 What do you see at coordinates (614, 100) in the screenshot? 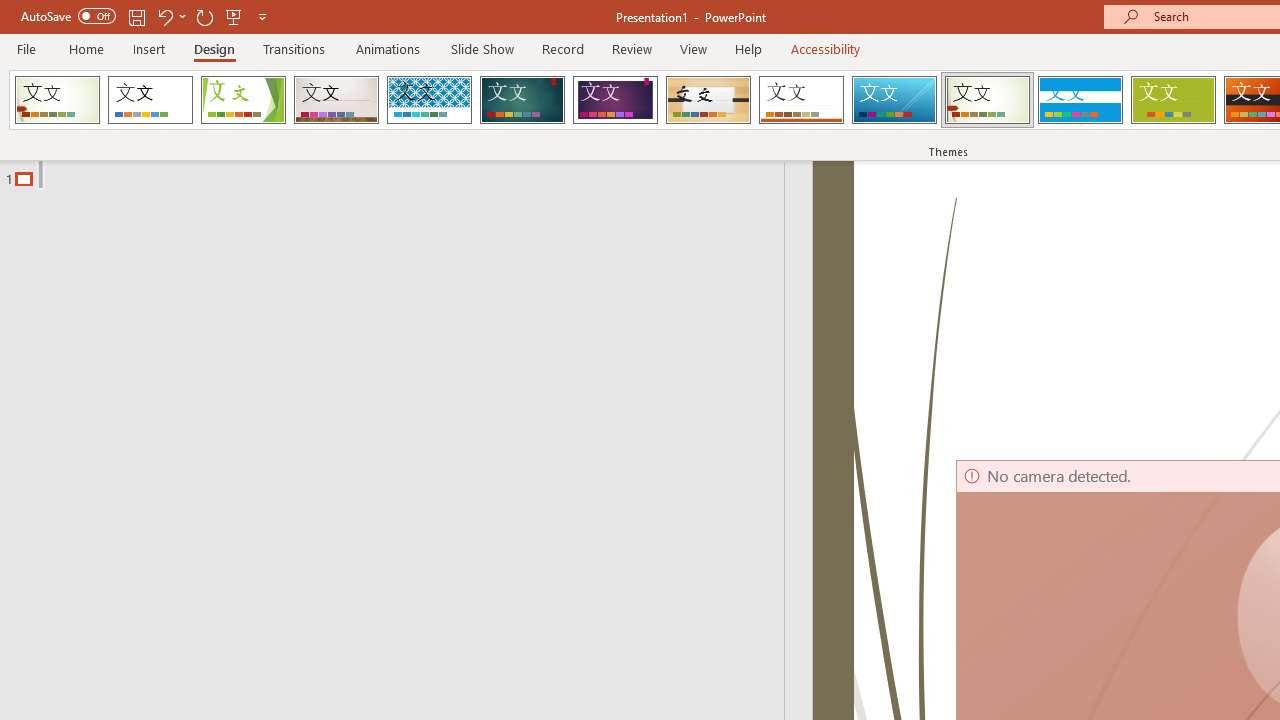
I see `'Ion Boardroom'` at bounding box center [614, 100].